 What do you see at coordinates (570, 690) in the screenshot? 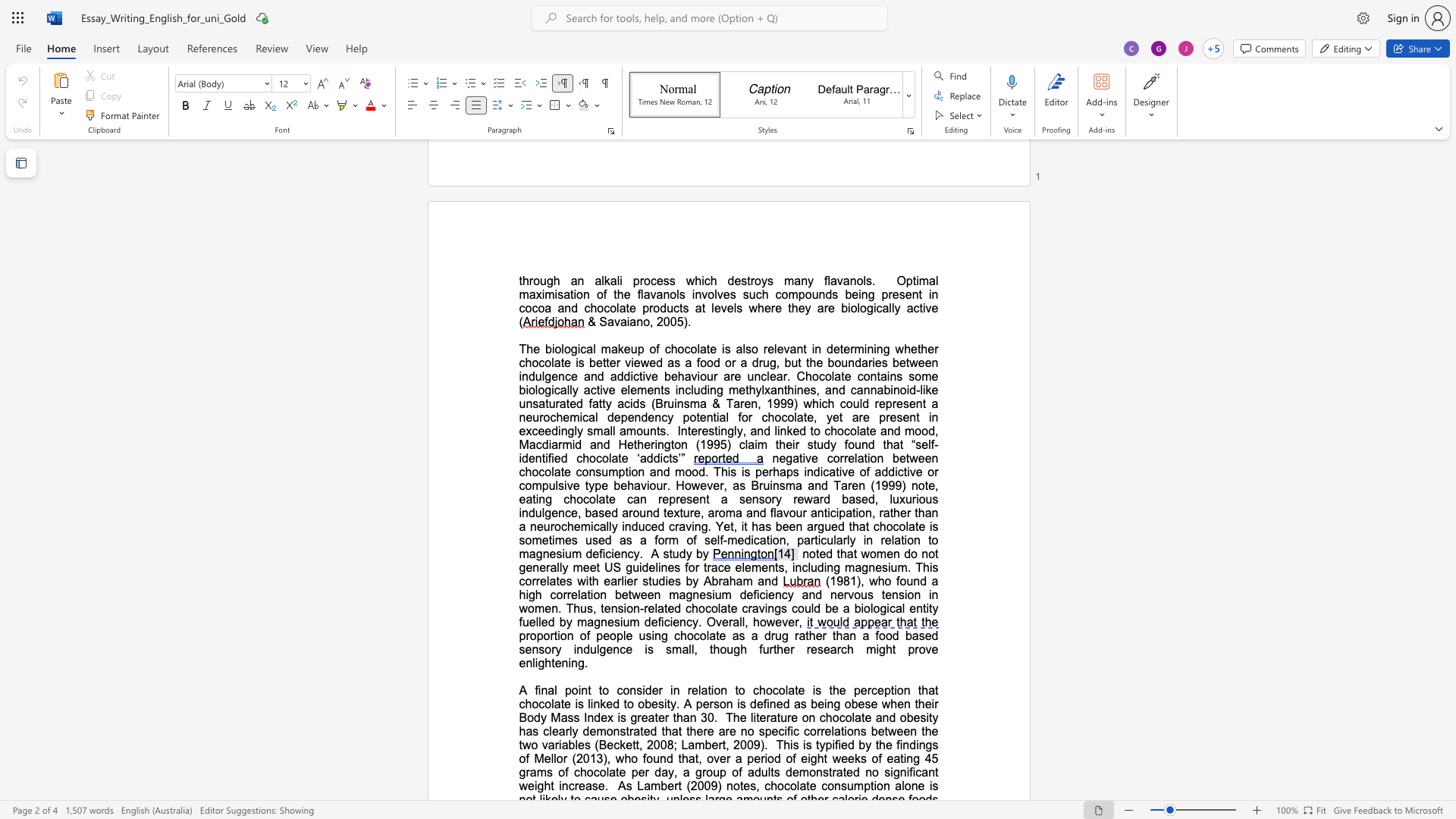
I see `the space between the continuous character "p" and "o" in the text` at bounding box center [570, 690].